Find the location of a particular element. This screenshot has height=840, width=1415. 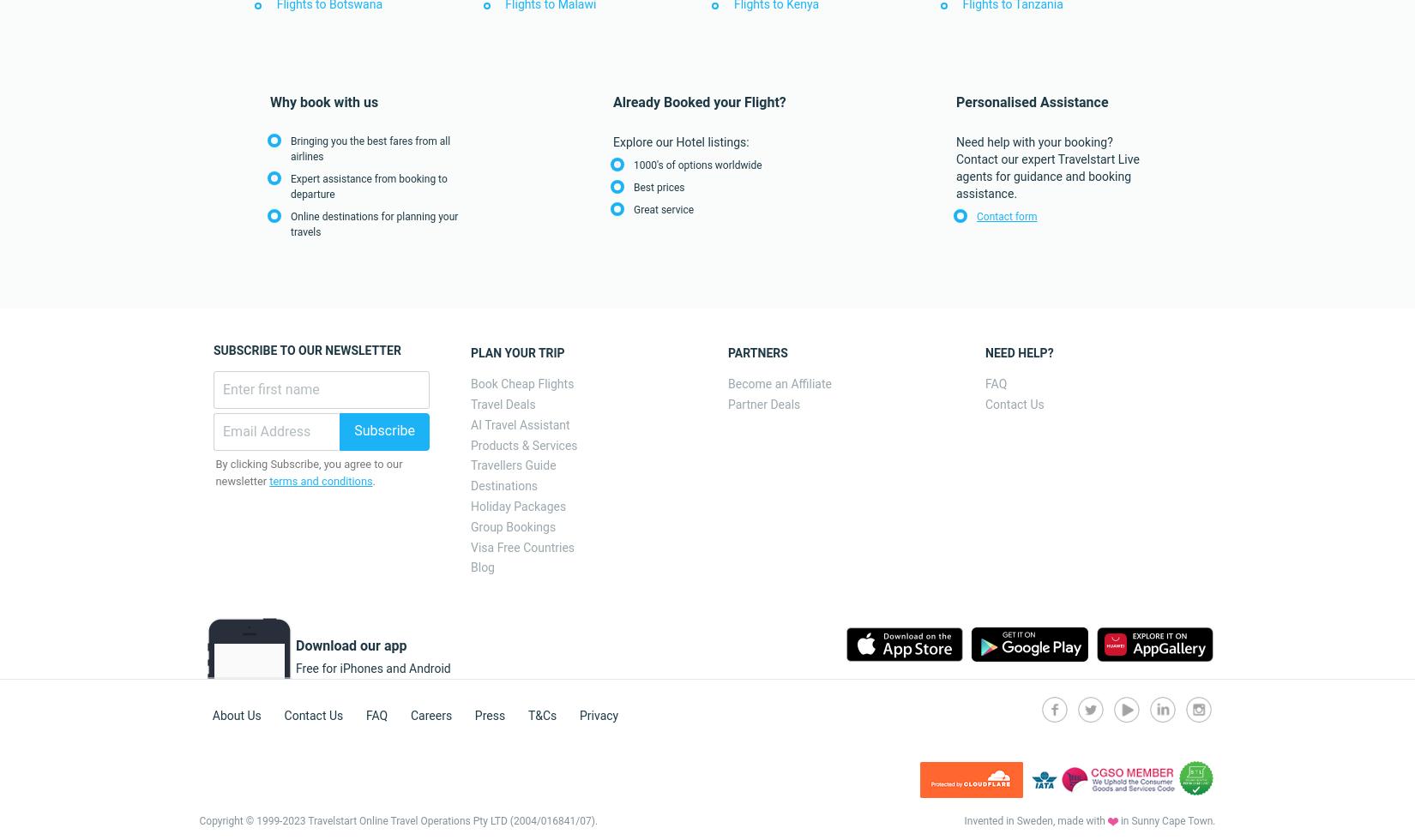

'.' is located at coordinates (372, 481).